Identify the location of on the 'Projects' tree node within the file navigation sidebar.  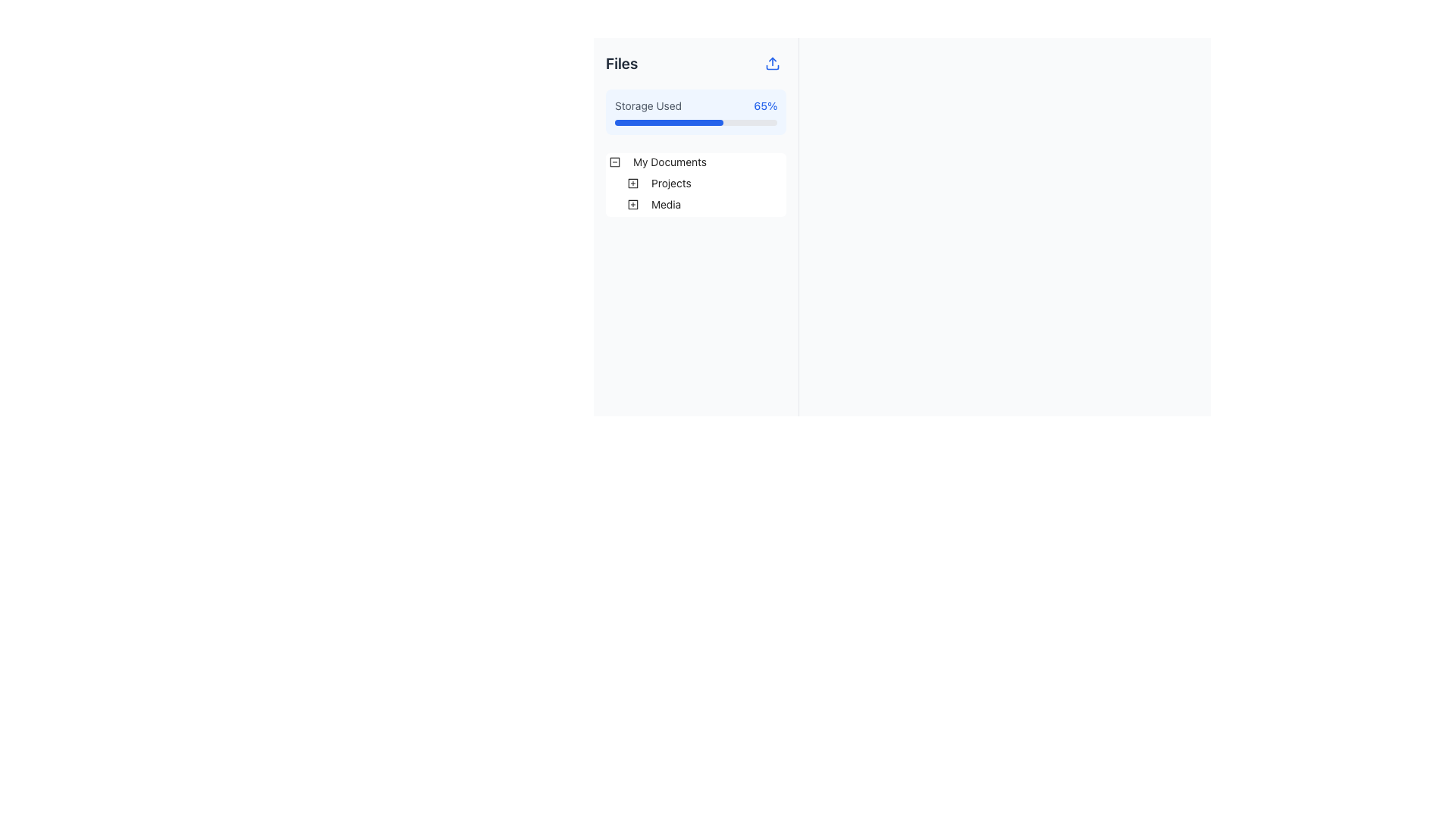
(670, 183).